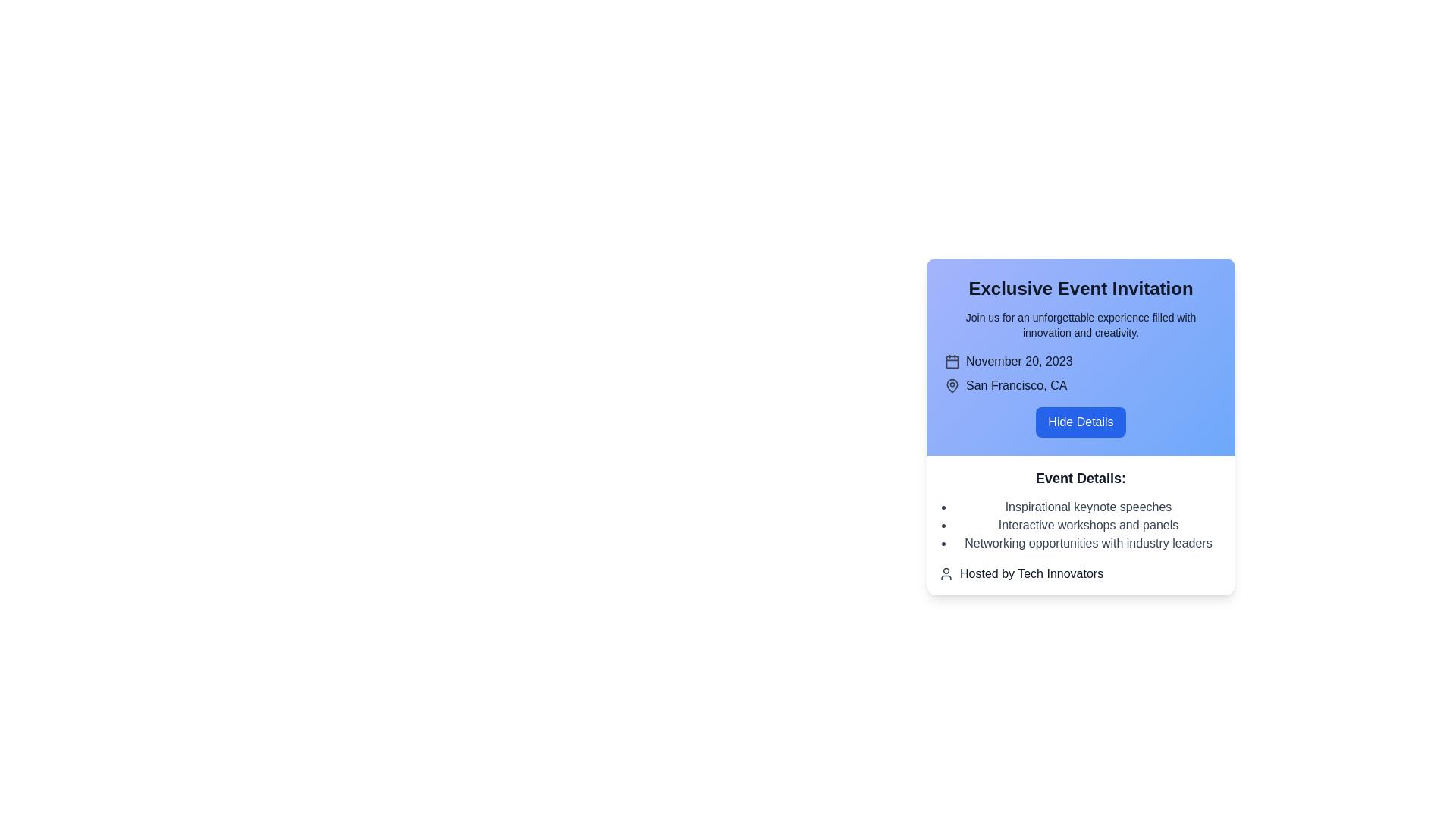  I want to click on the user profile icon, which is a grayish circular head atop an oval torso, located in the bottom-left section of the card before the text 'Hosted by Tech Innovators.', so click(946, 573).